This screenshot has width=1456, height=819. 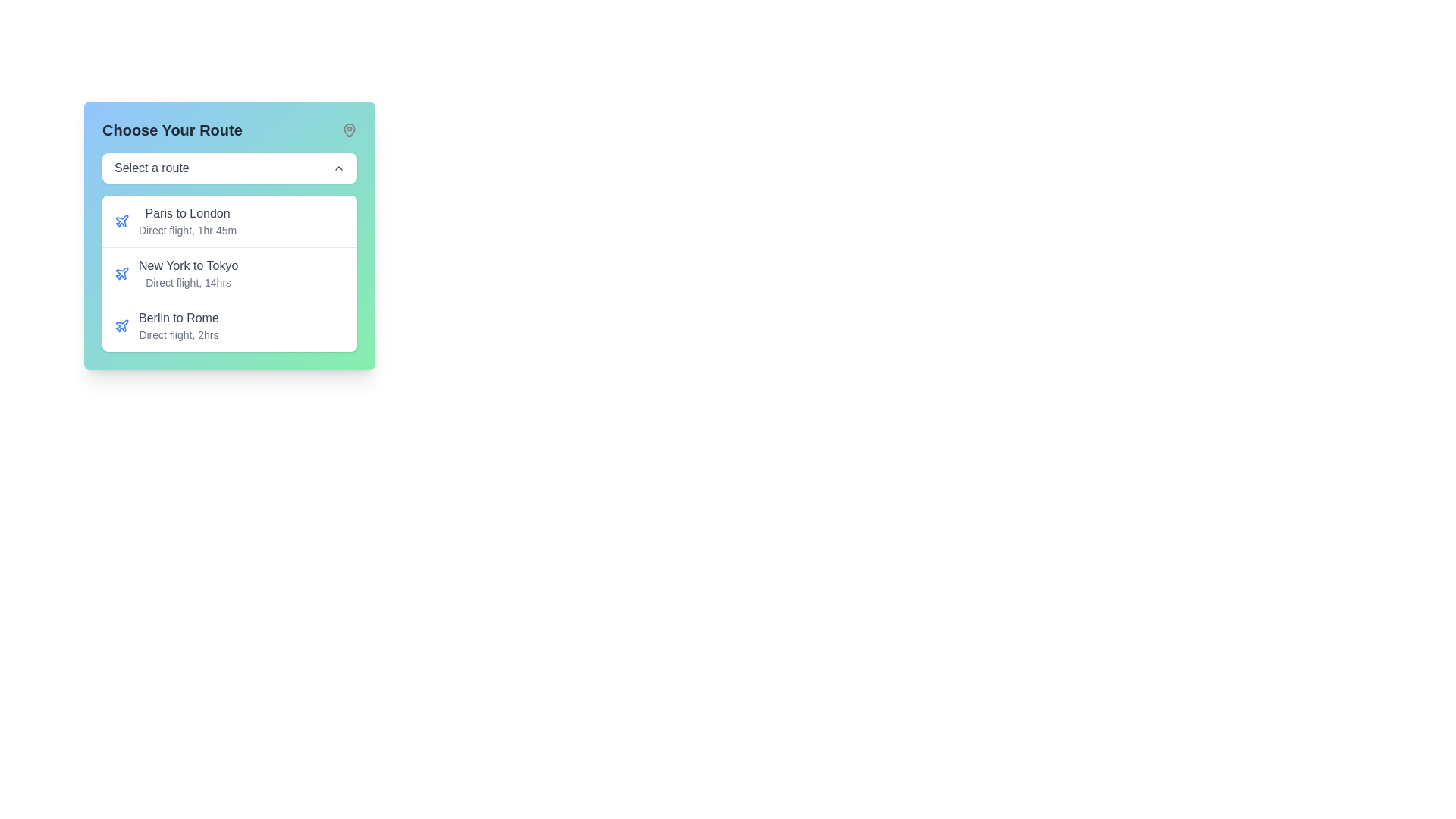 What do you see at coordinates (228, 168) in the screenshot?
I see `the dropdown menu labeled 'Select a route'` at bounding box center [228, 168].